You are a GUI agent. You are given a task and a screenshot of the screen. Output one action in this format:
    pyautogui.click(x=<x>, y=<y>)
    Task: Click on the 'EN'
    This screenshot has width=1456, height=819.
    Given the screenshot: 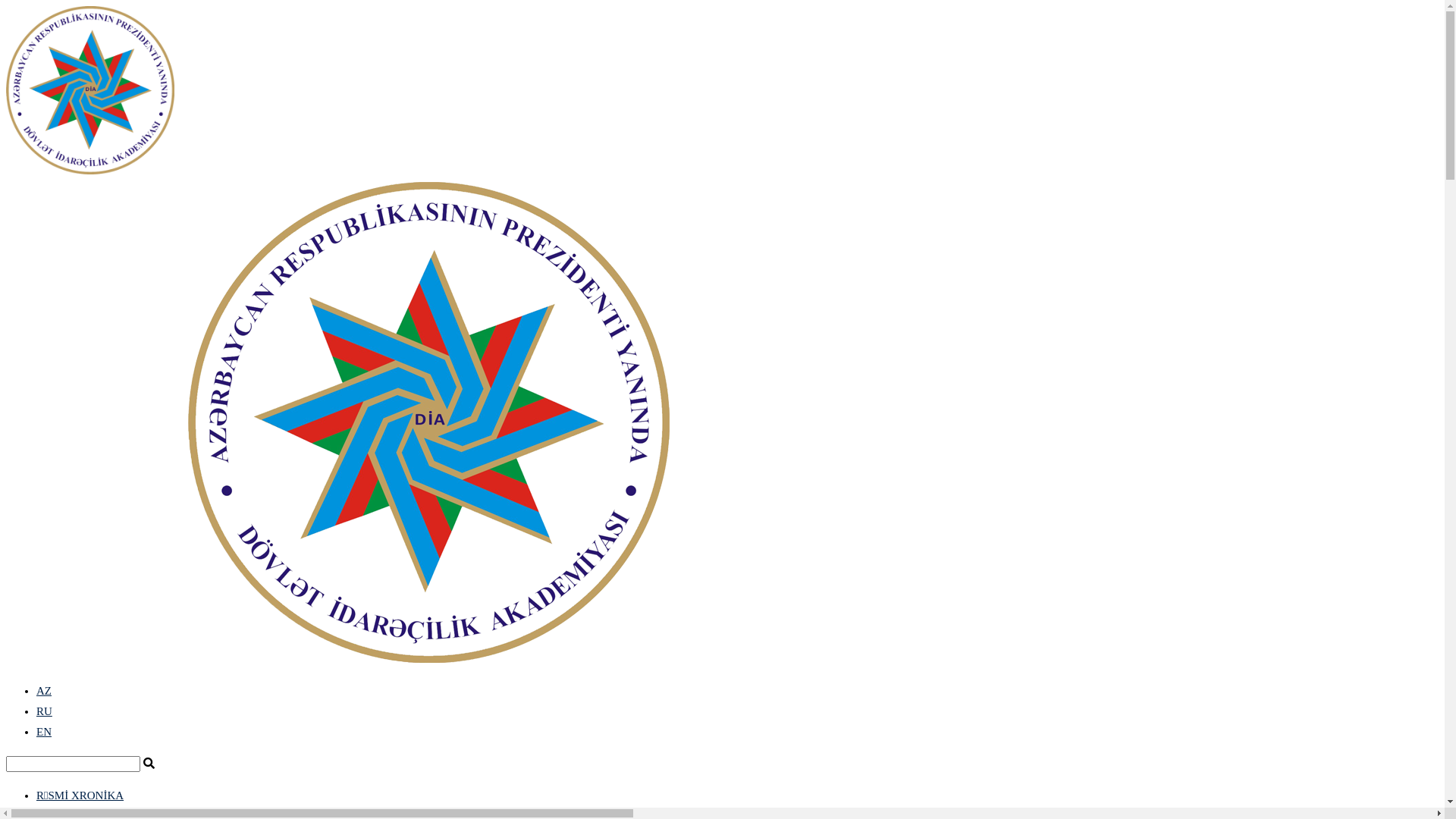 What is the action you would take?
    pyautogui.click(x=43, y=730)
    